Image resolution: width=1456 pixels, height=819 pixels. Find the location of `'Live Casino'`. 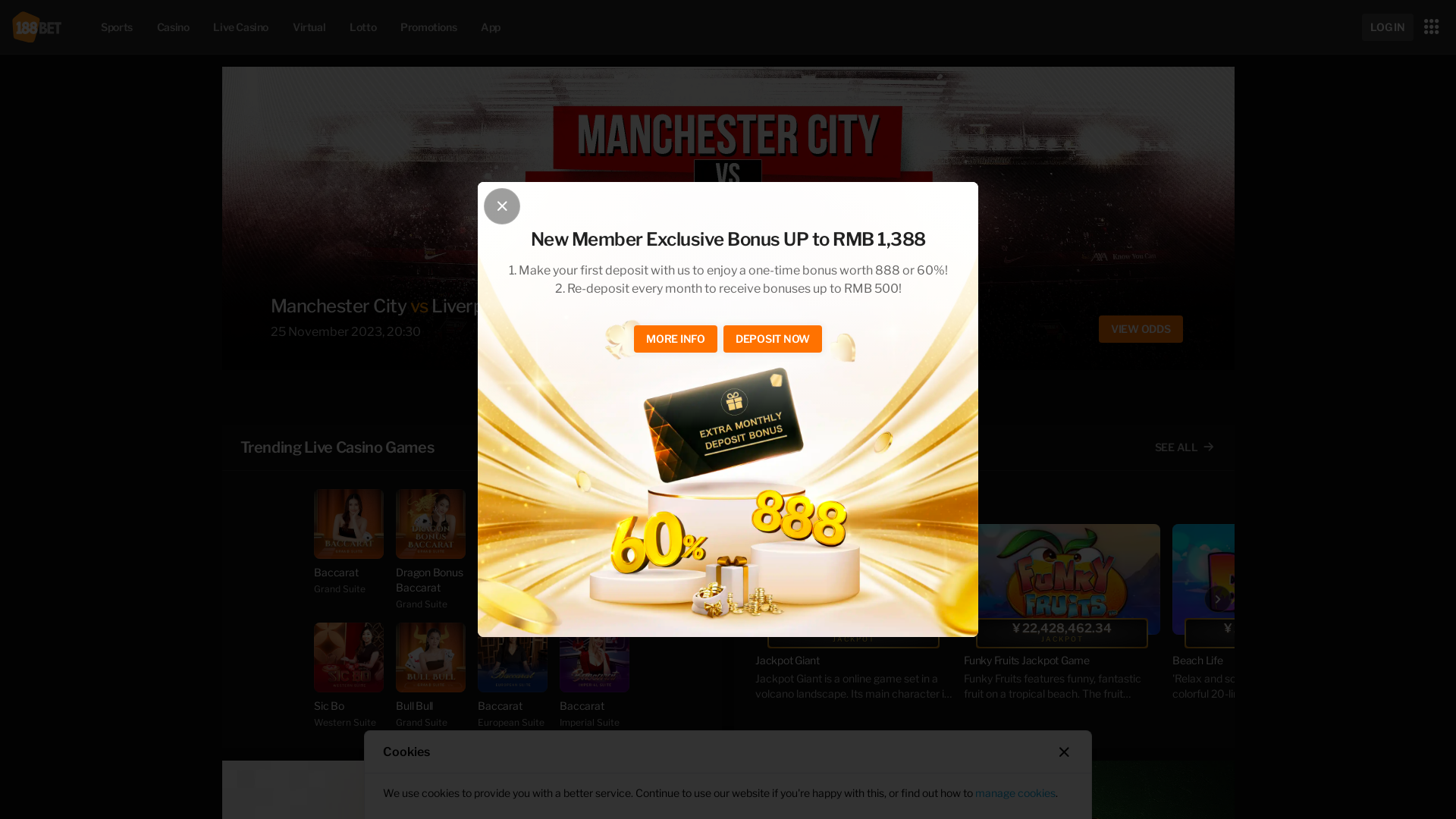

'Live Casino' is located at coordinates (240, 26).